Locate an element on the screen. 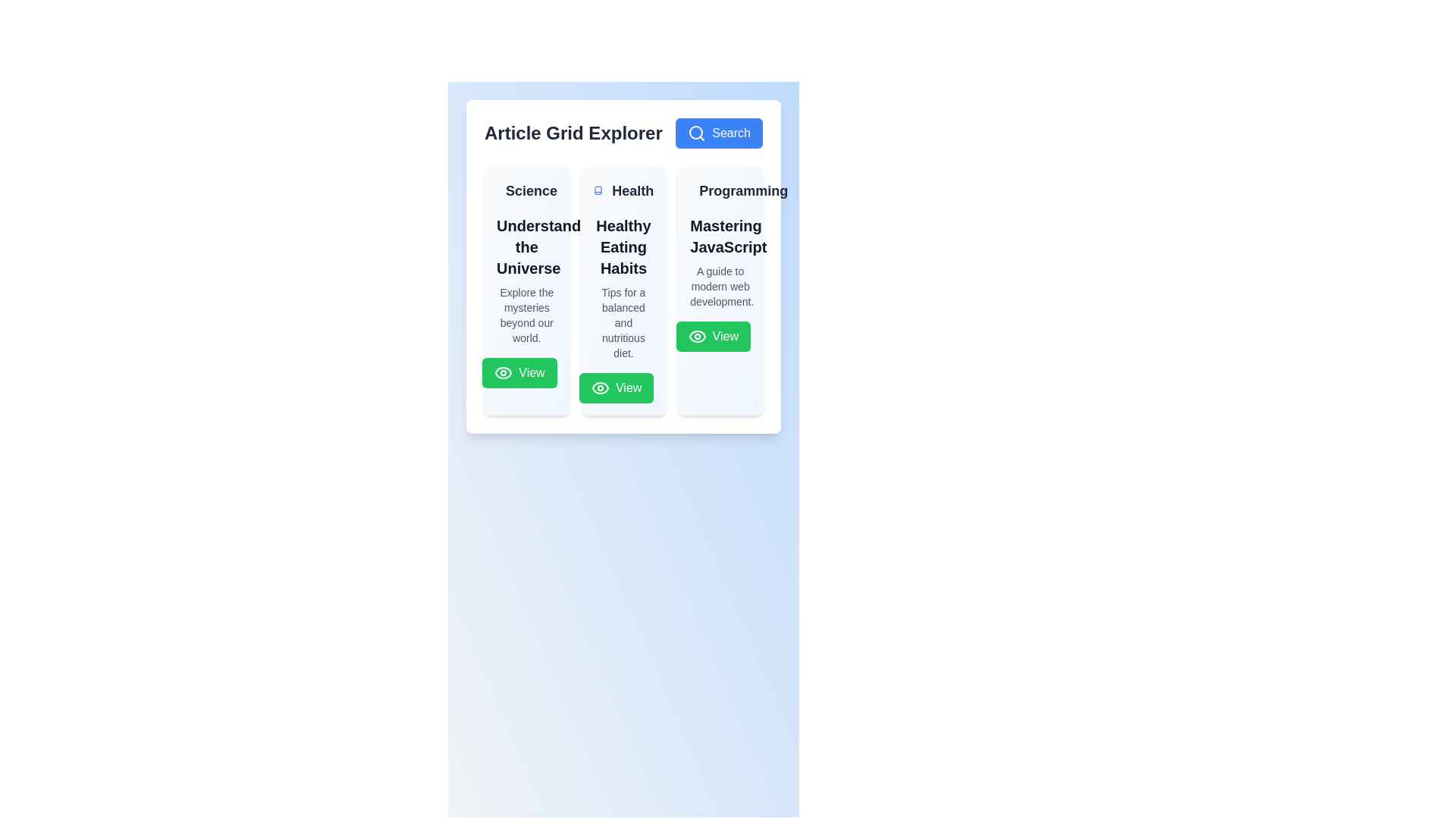 The width and height of the screenshot is (1456, 819). the magnifying glass icon within the 'Search' button at the top right corner of the main interface is located at coordinates (696, 133).